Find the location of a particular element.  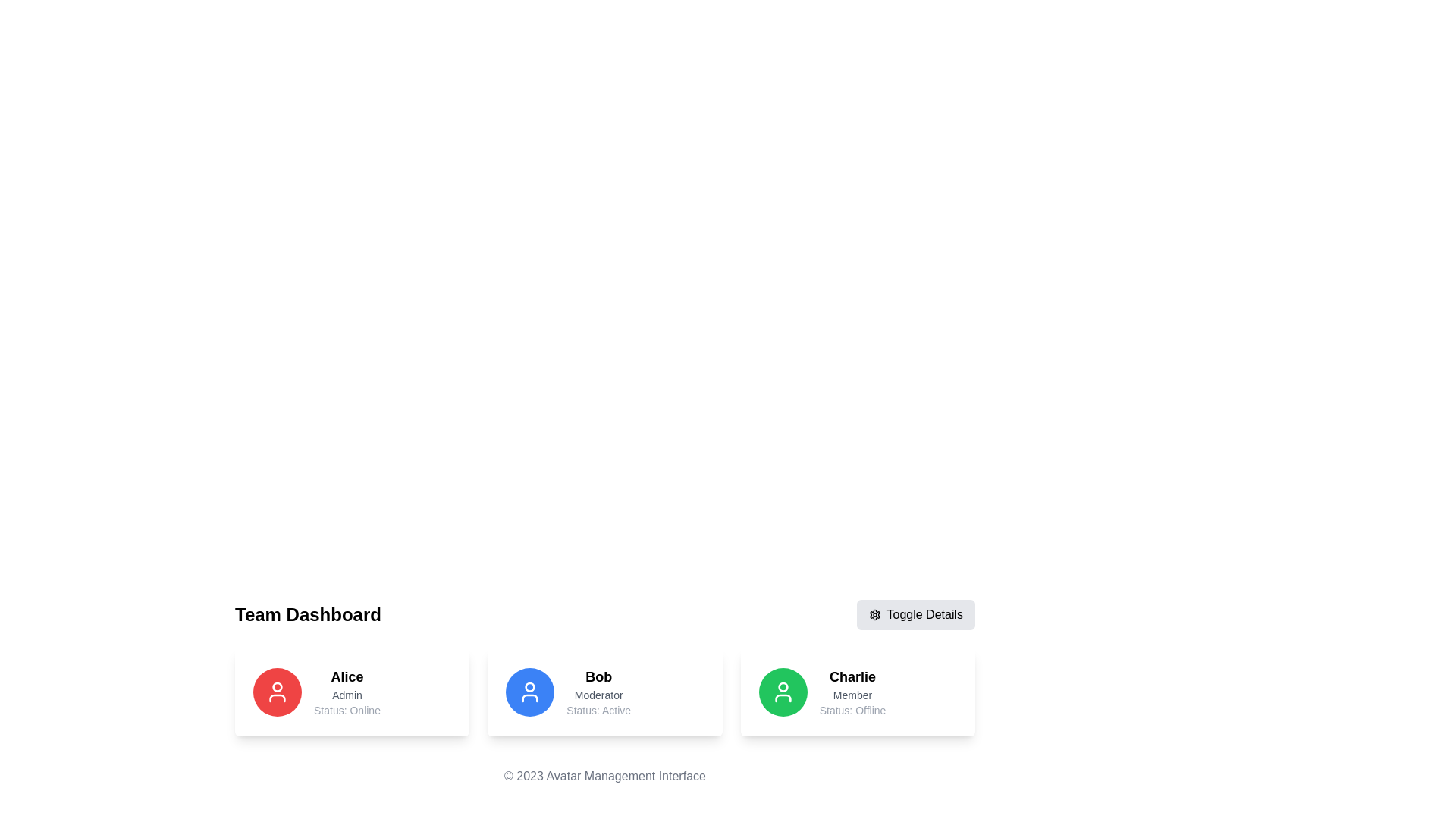

the gear-like settings icon located in the top-right portion of the dashboard area is located at coordinates (874, 614).